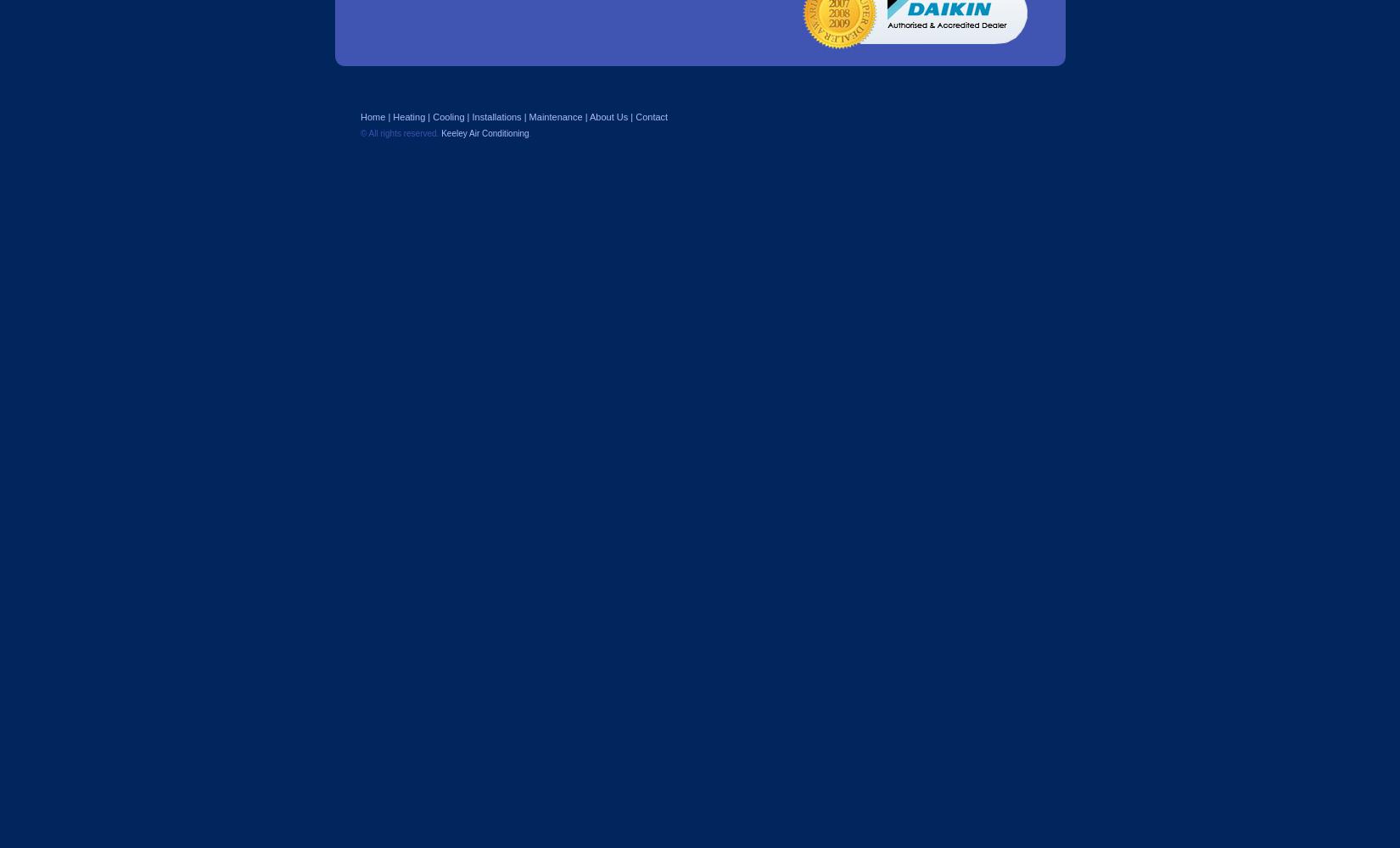  What do you see at coordinates (495, 117) in the screenshot?
I see `'Installations'` at bounding box center [495, 117].